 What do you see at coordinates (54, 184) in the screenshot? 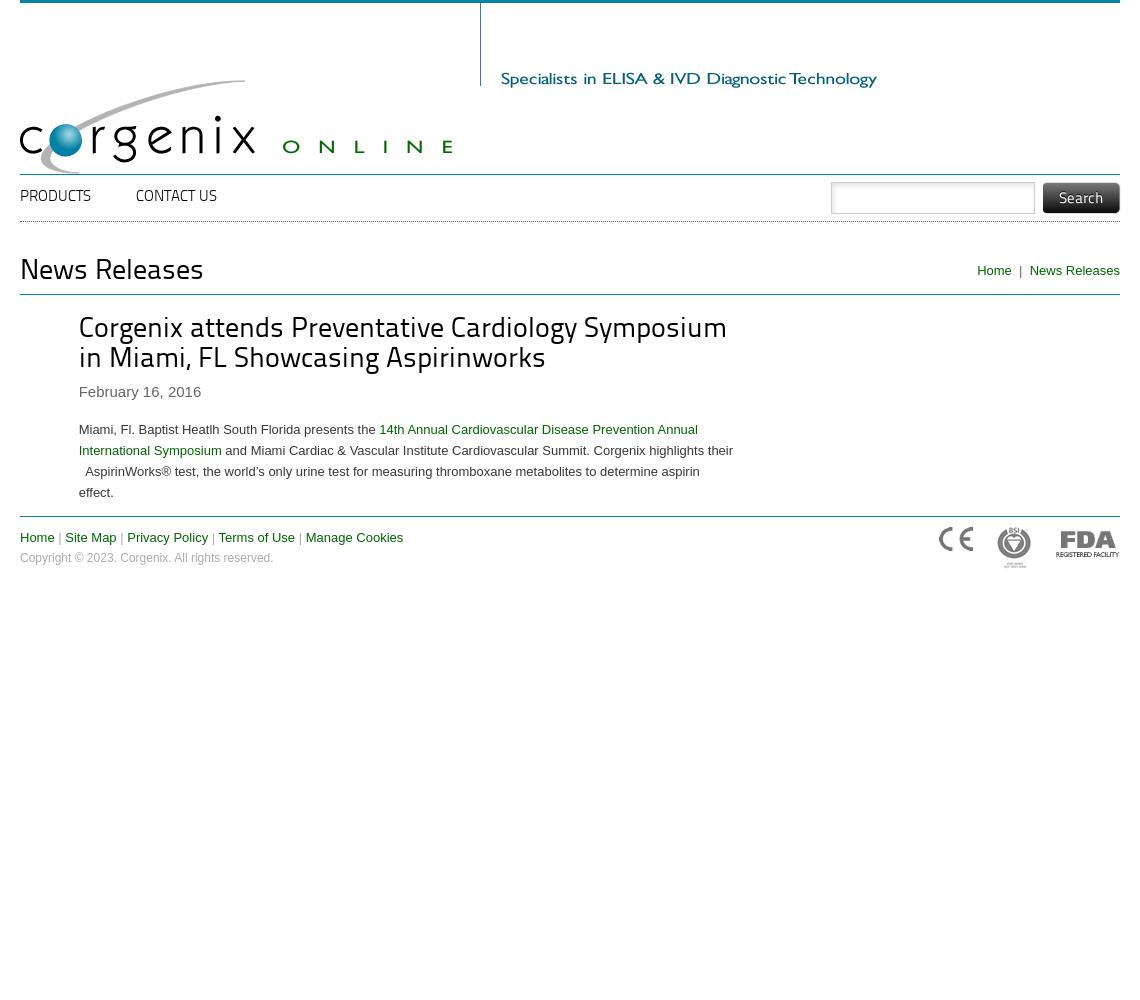
I see `'Main menu'` at bounding box center [54, 184].